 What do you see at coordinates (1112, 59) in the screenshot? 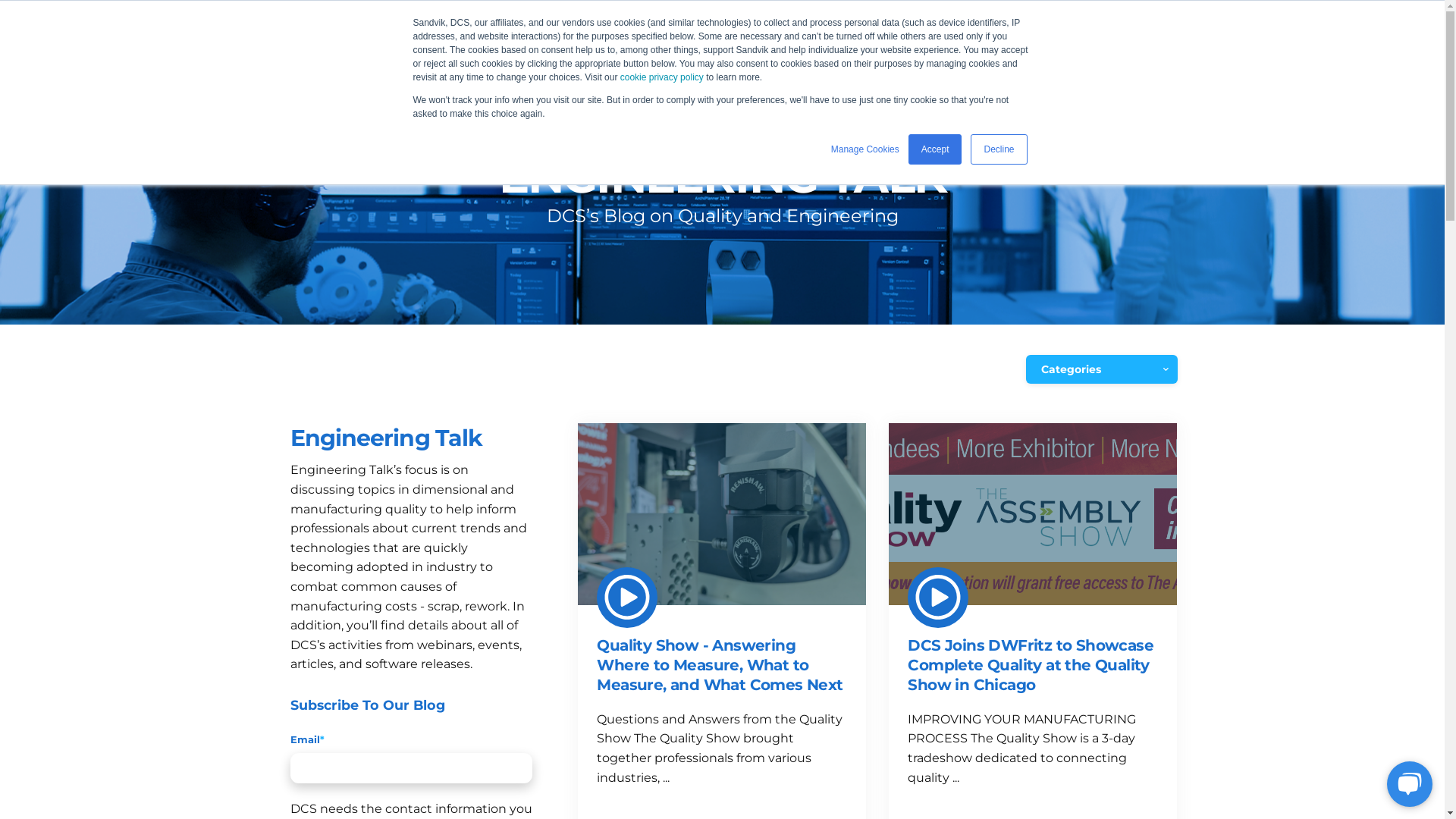
I see `'Get Started'` at bounding box center [1112, 59].